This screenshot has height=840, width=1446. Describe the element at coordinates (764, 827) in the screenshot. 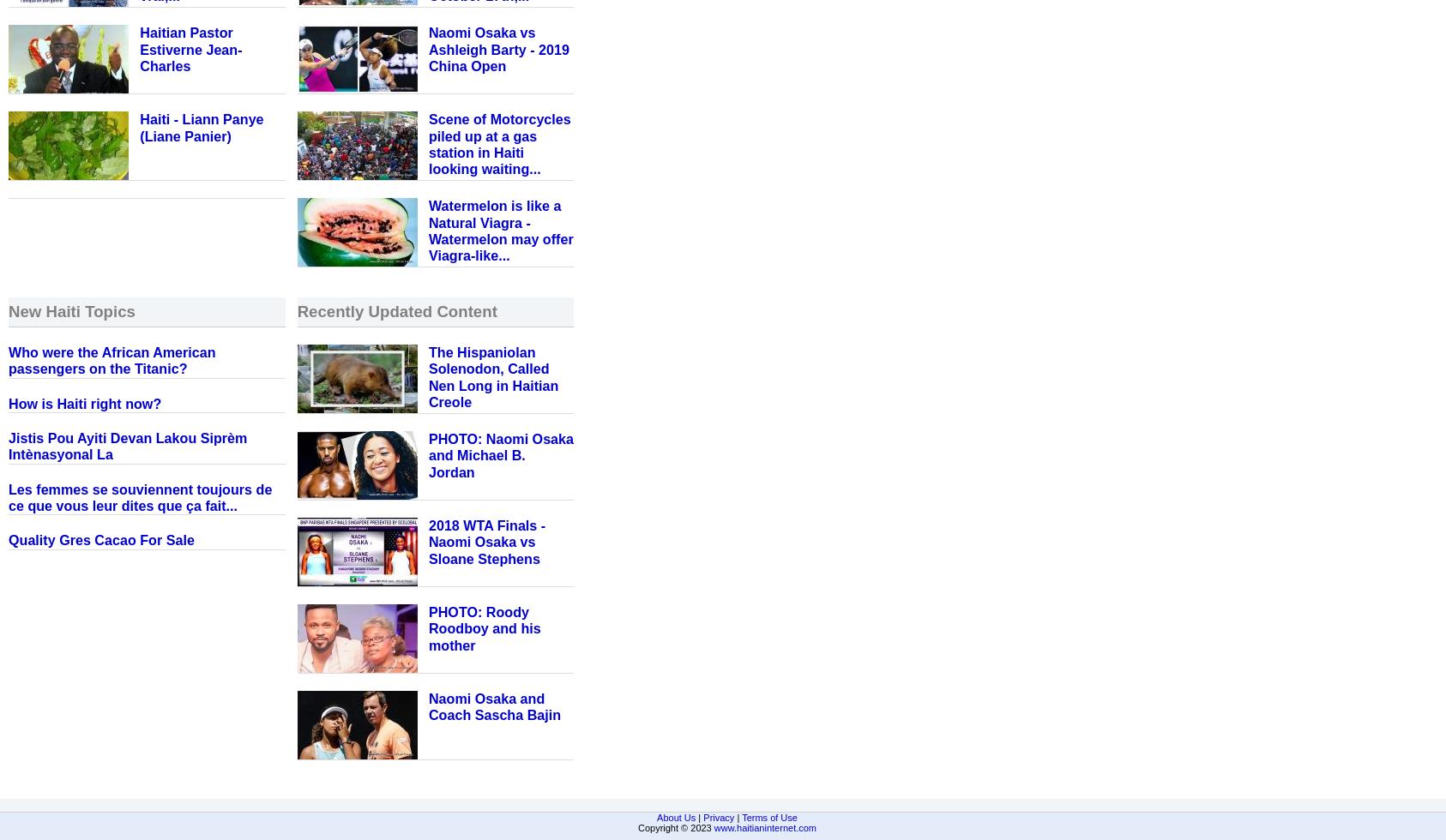

I see `'www.haitianinternet.com'` at that location.